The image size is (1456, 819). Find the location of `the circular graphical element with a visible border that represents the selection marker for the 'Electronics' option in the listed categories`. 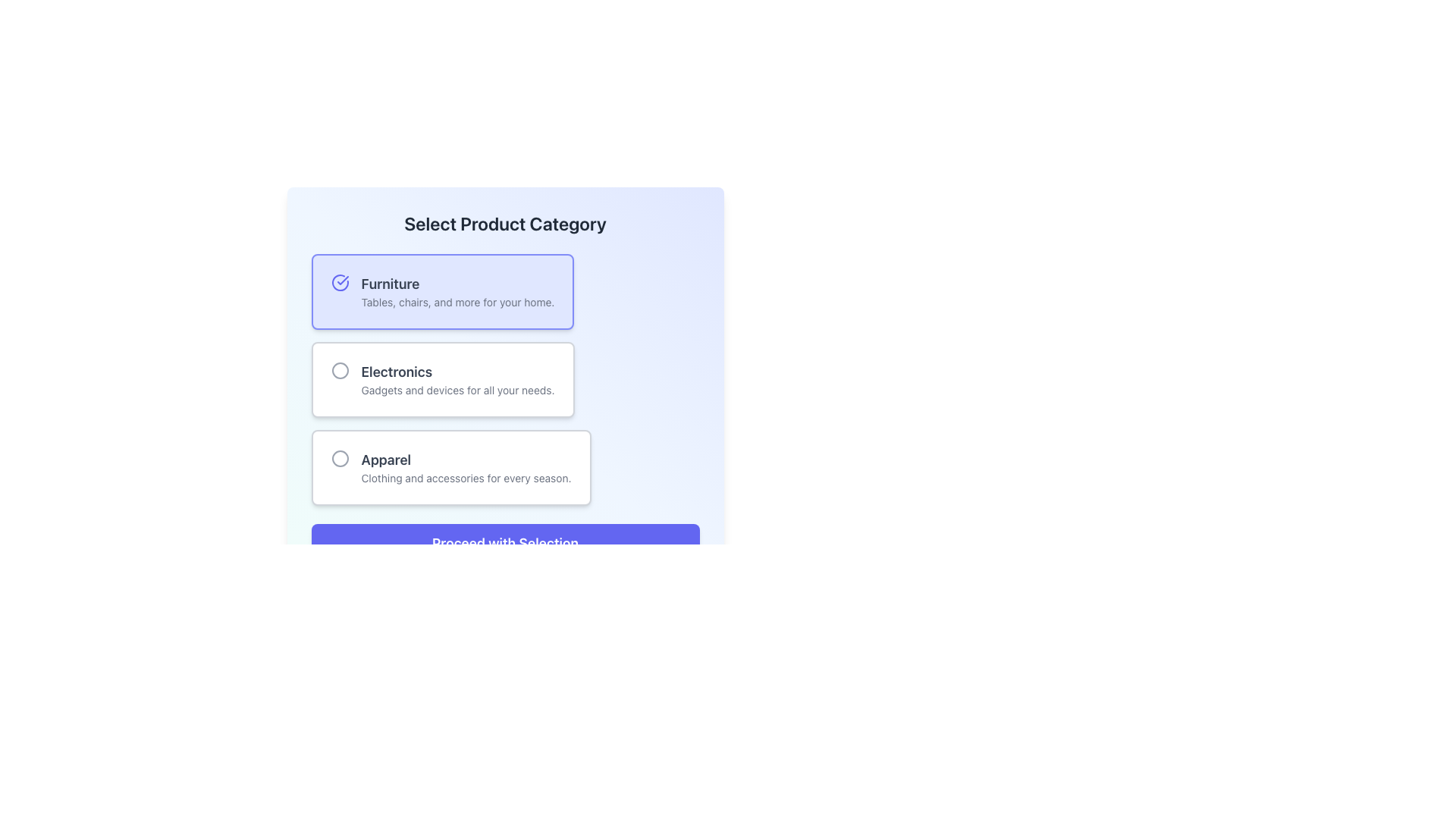

the circular graphical element with a visible border that represents the selection marker for the 'Electronics' option in the listed categories is located at coordinates (339, 371).